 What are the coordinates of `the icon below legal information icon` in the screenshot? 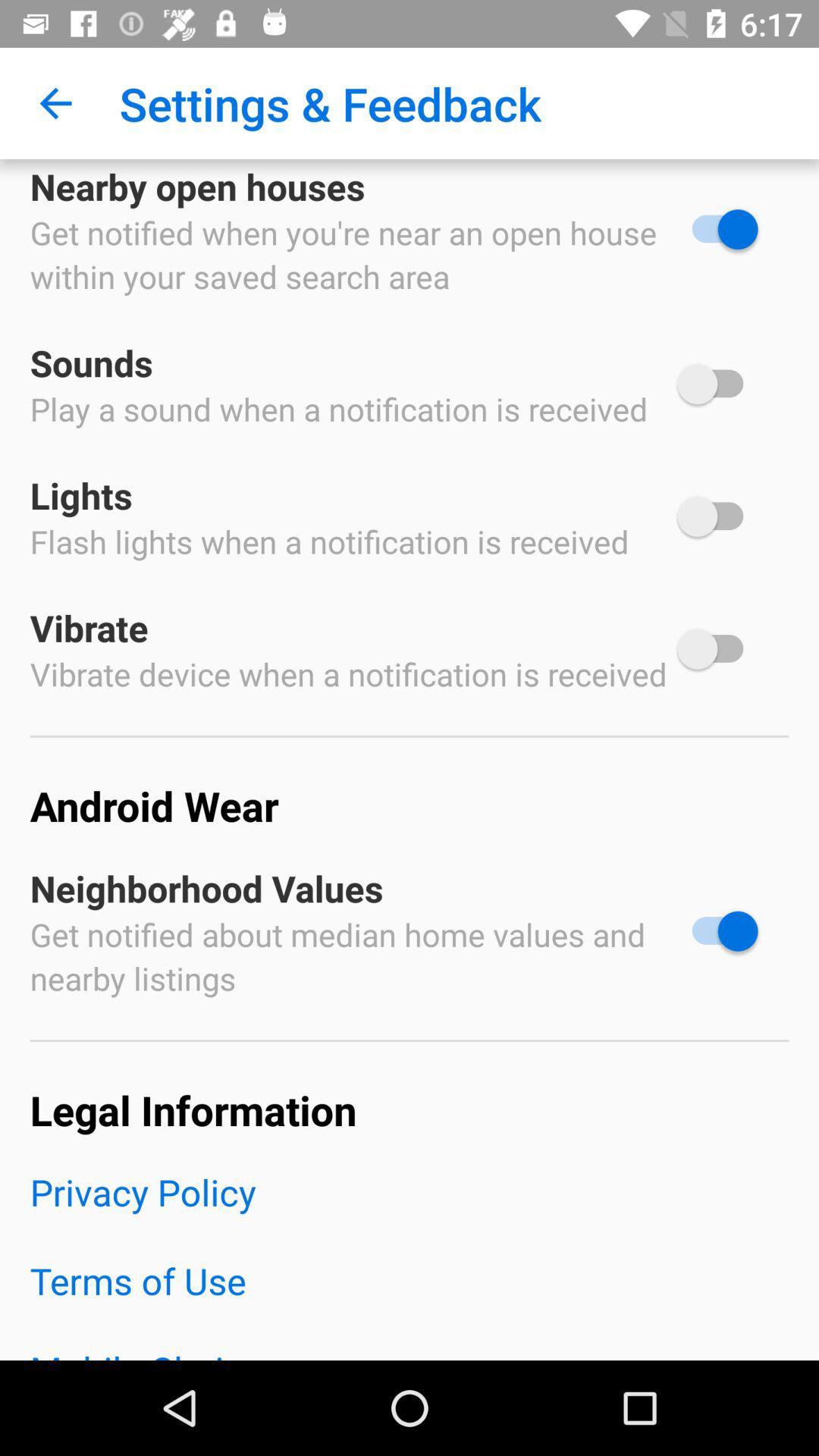 It's located at (409, 1211).